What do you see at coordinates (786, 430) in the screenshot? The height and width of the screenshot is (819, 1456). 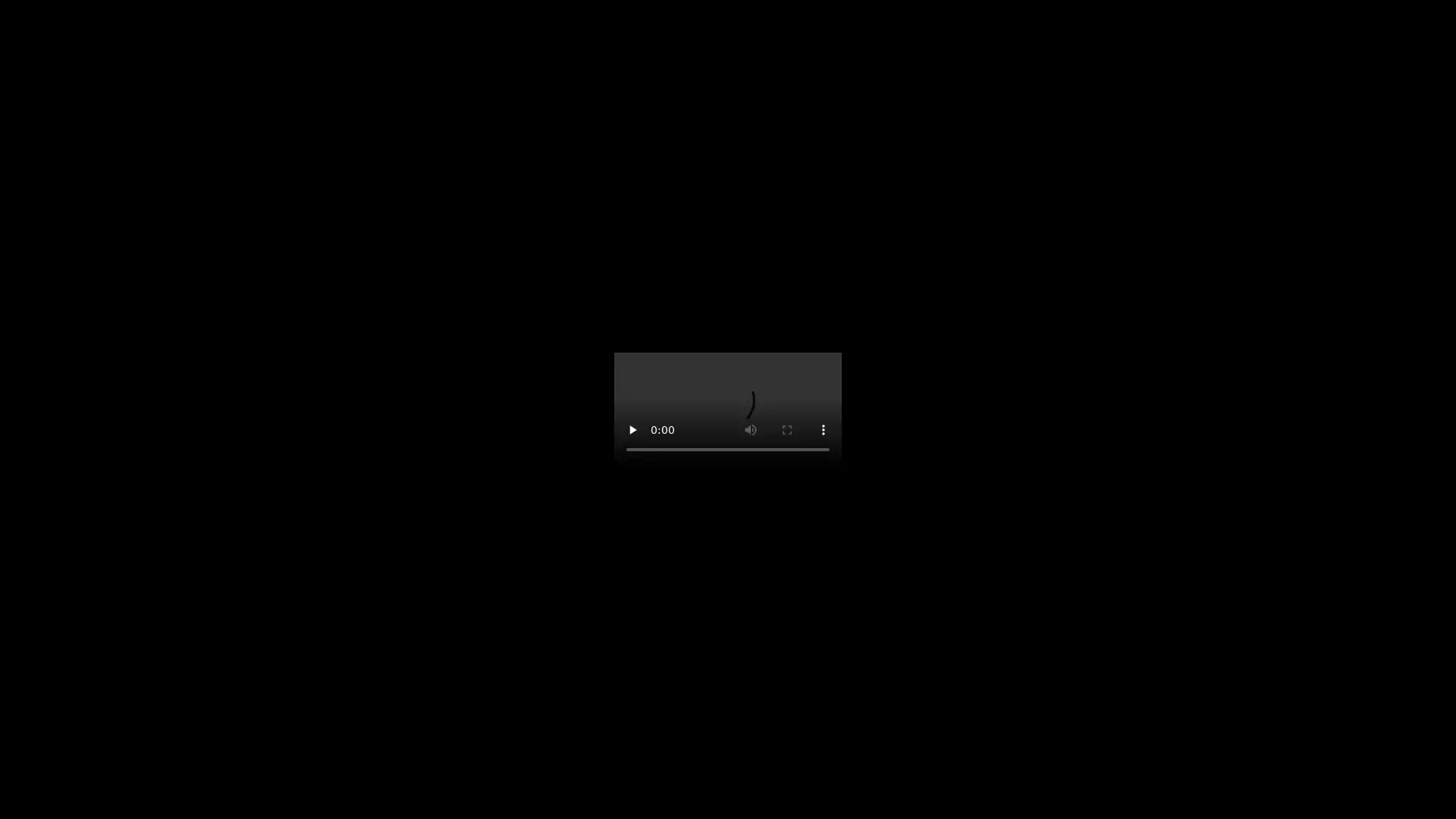 I see `enter full screen` at bounding box center [786, 430].